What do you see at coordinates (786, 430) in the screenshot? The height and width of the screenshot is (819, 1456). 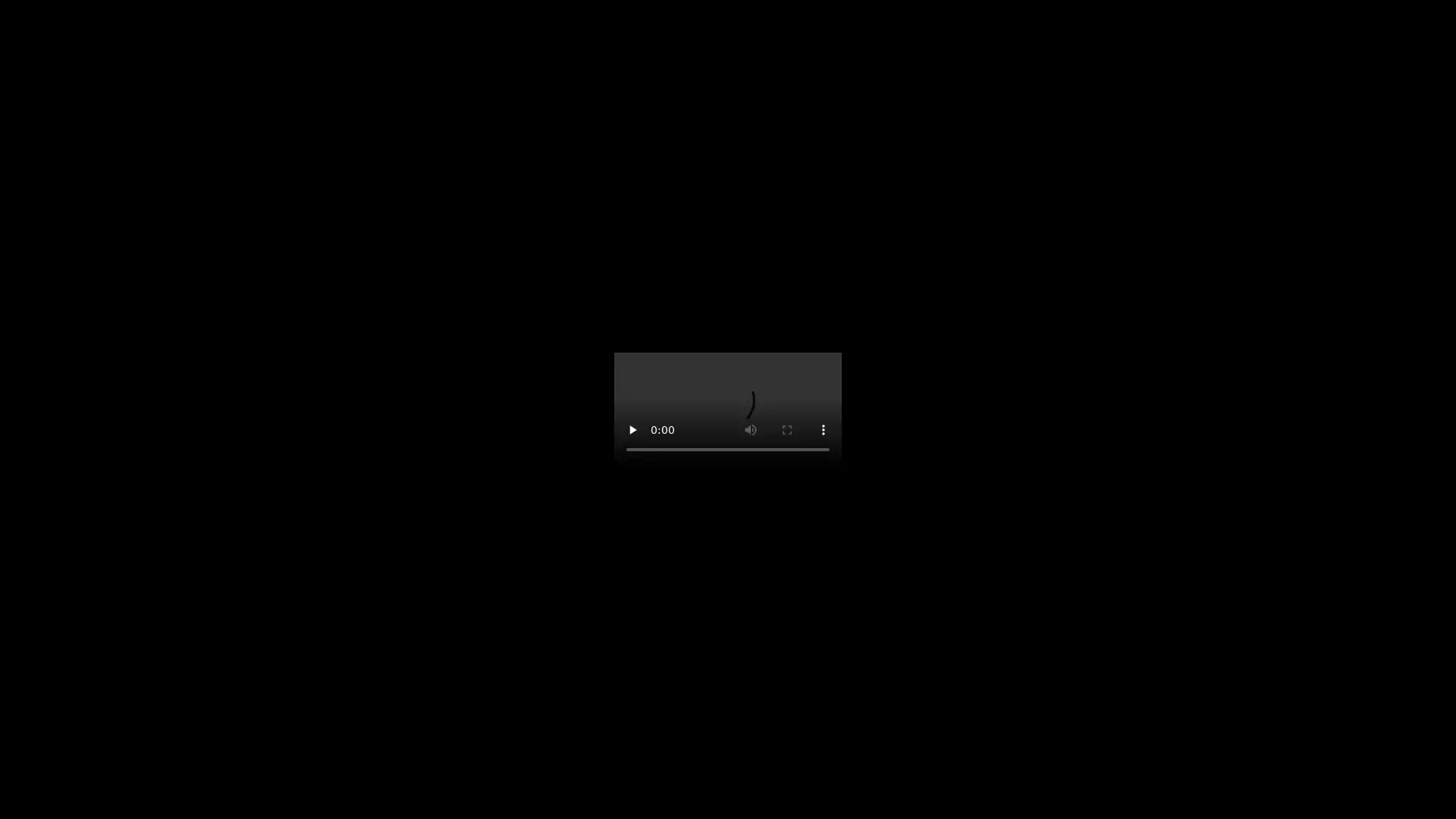 I see `enter full screen` at bounding box center [786, 430].